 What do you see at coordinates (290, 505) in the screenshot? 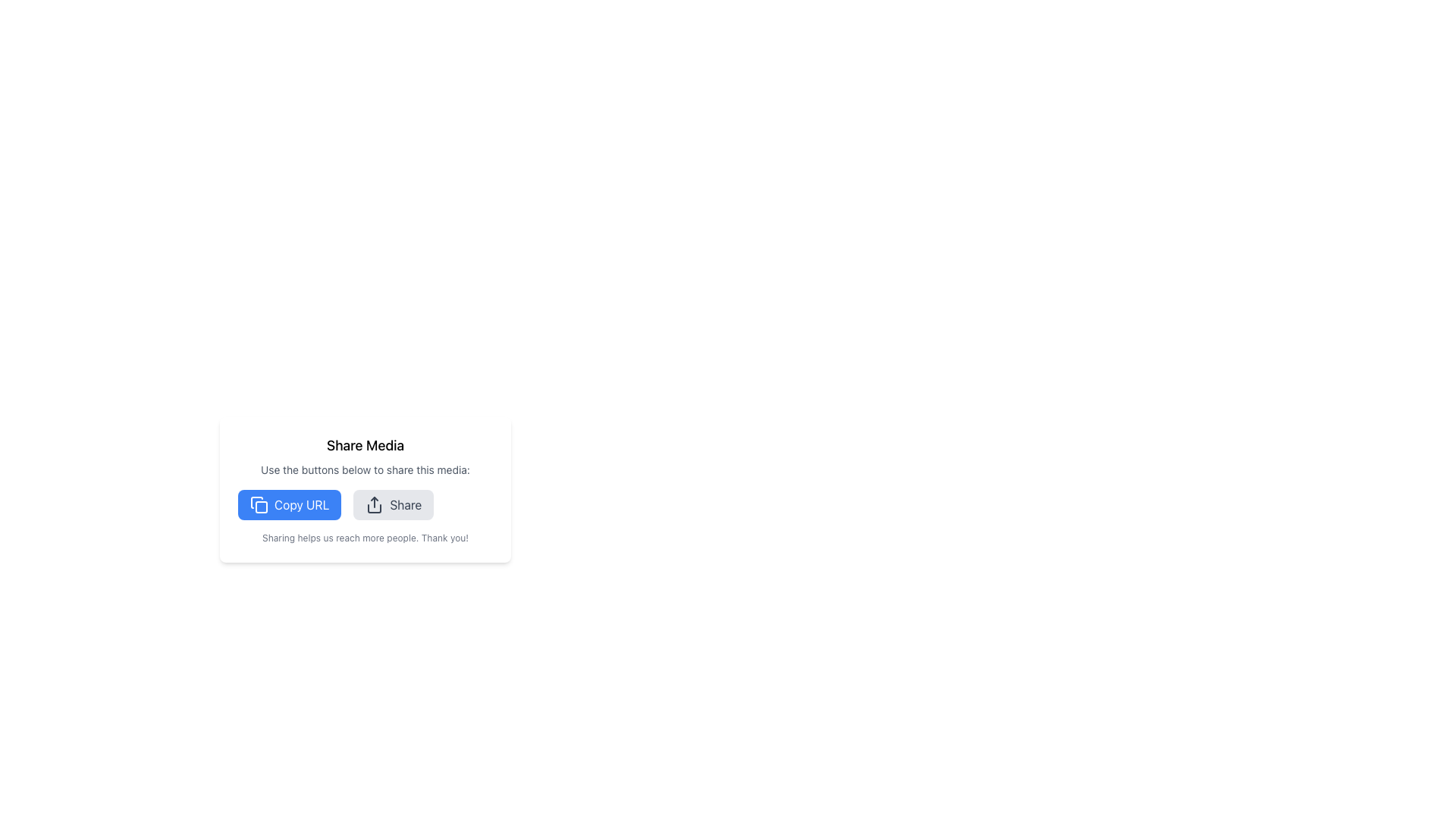
I see `the 'Copy URL' button located towards the bottom center of the page` at bounding box center [290, 505].